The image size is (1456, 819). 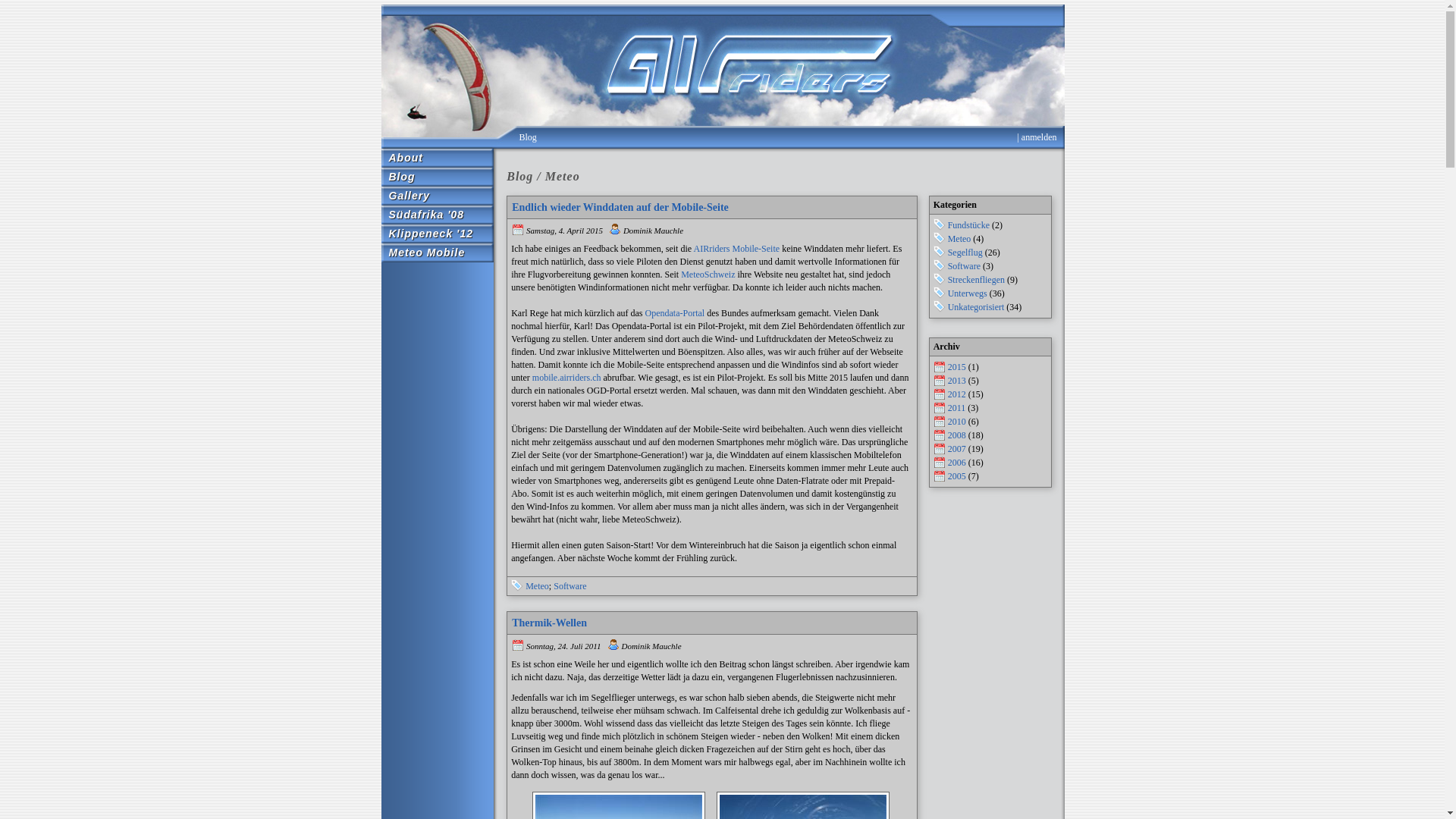 I want to click on '2010', so click(x=956, y=421).